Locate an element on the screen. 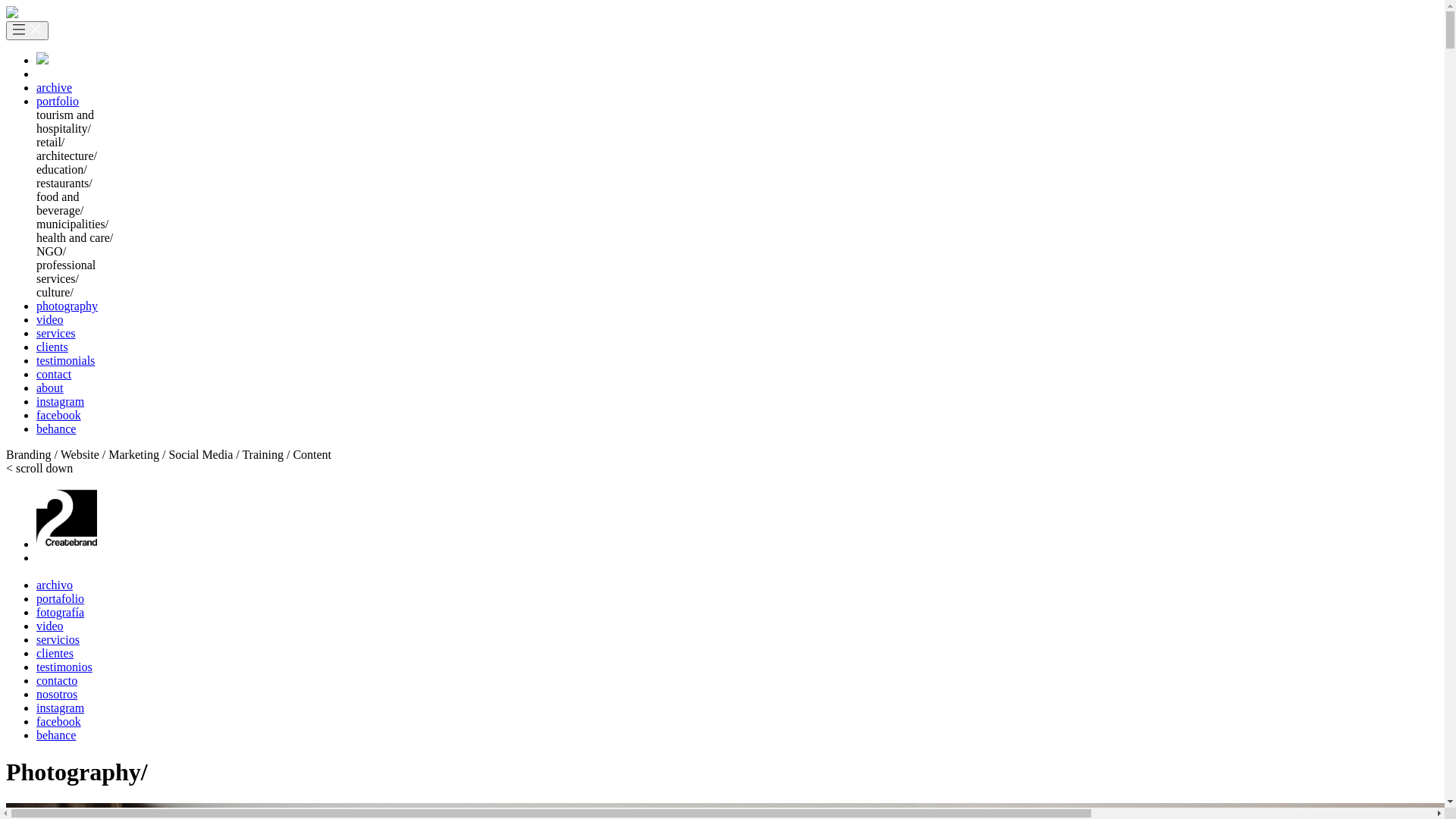 This screenshot has width=1456, height=819. 'servicios' is located at coordinates (58, 639).